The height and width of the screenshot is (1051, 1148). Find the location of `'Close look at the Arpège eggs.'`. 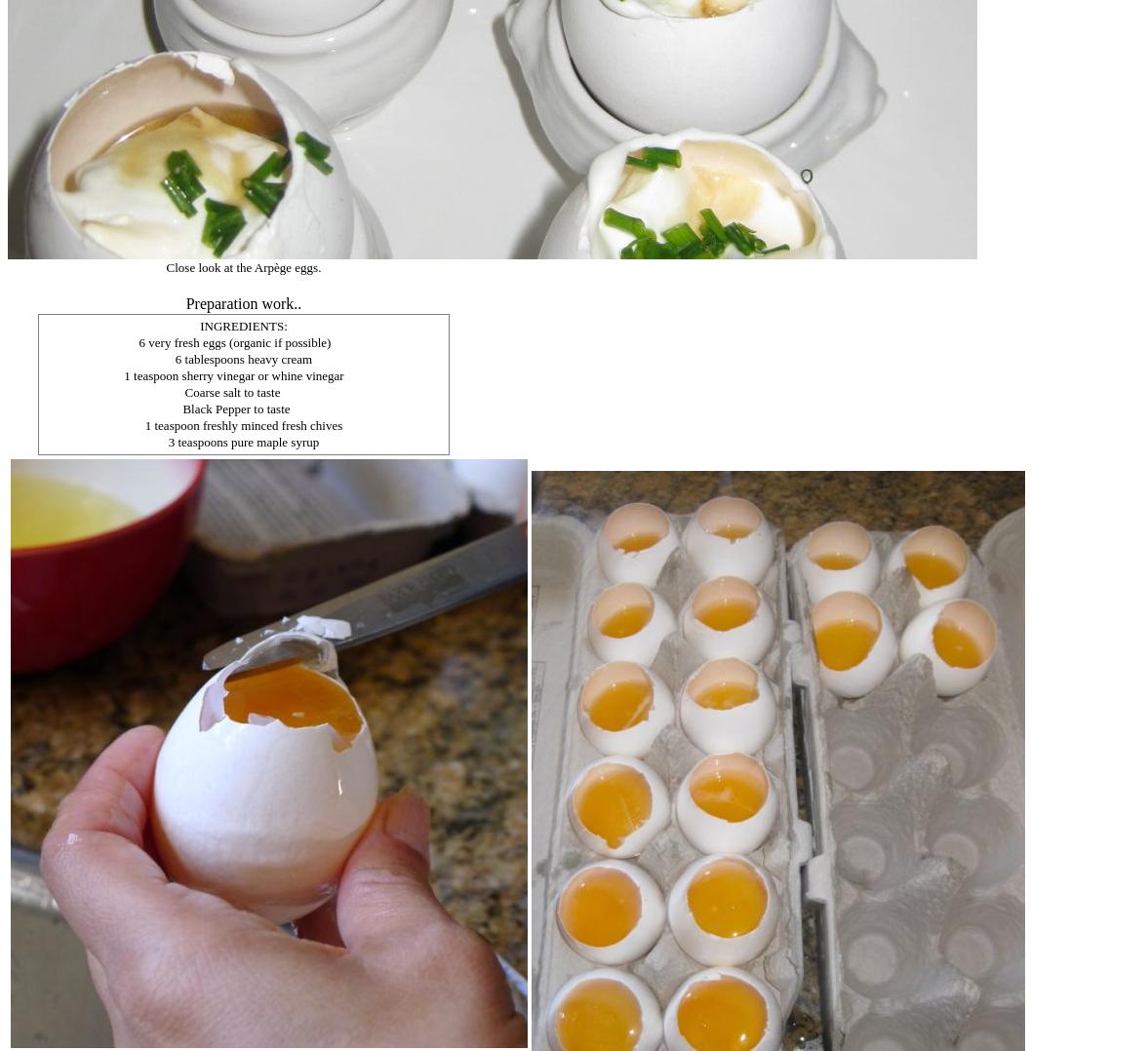

'Close look at the Arpège eggs.' is located at coordinates (164, 267).